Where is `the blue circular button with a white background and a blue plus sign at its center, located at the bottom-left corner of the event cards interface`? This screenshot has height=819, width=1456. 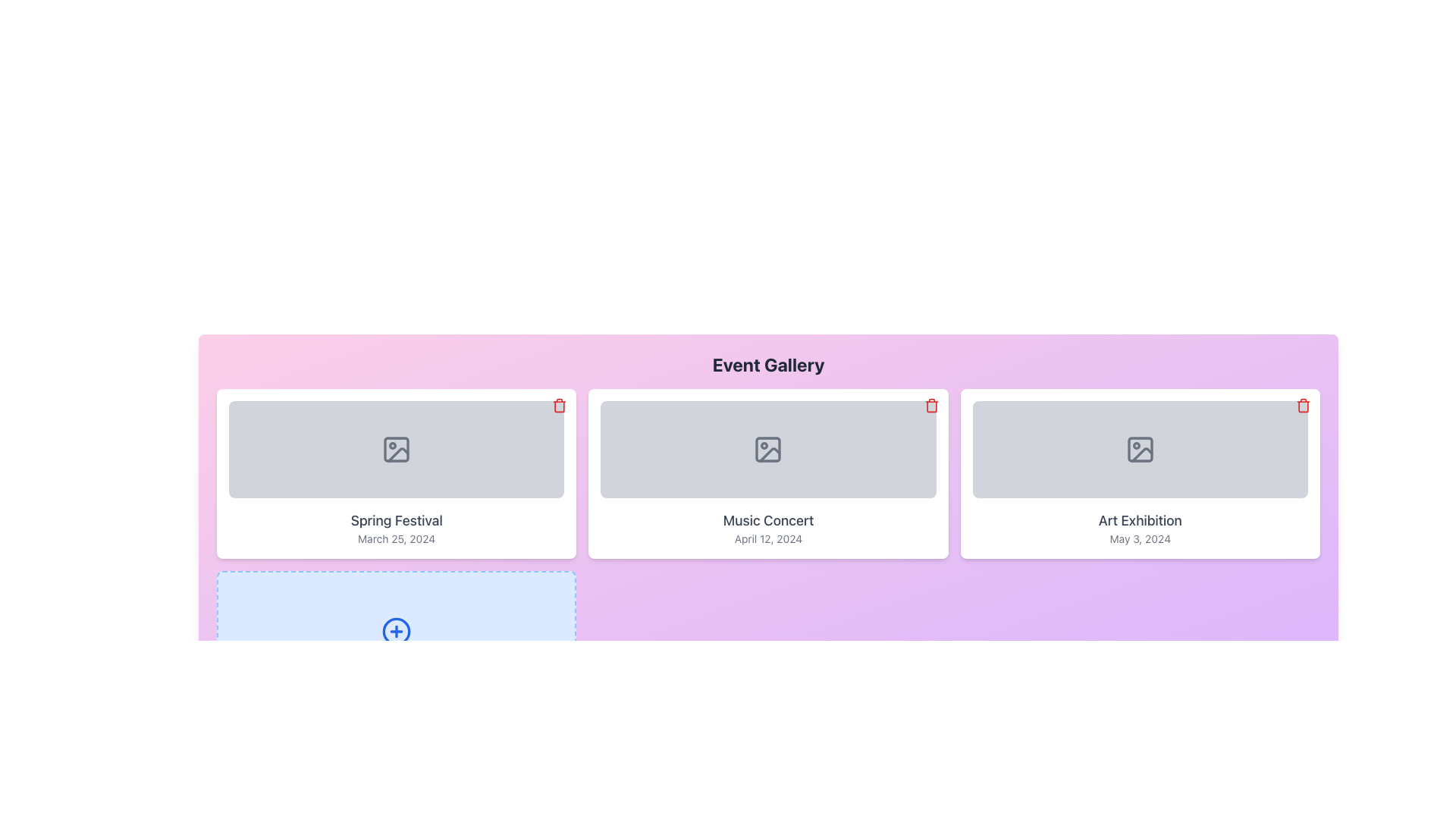 the blue circular button with a white background and a blue plus sign at its center, located at the bottom-left corner of the event cards interface is located at coordinates (397, 632).